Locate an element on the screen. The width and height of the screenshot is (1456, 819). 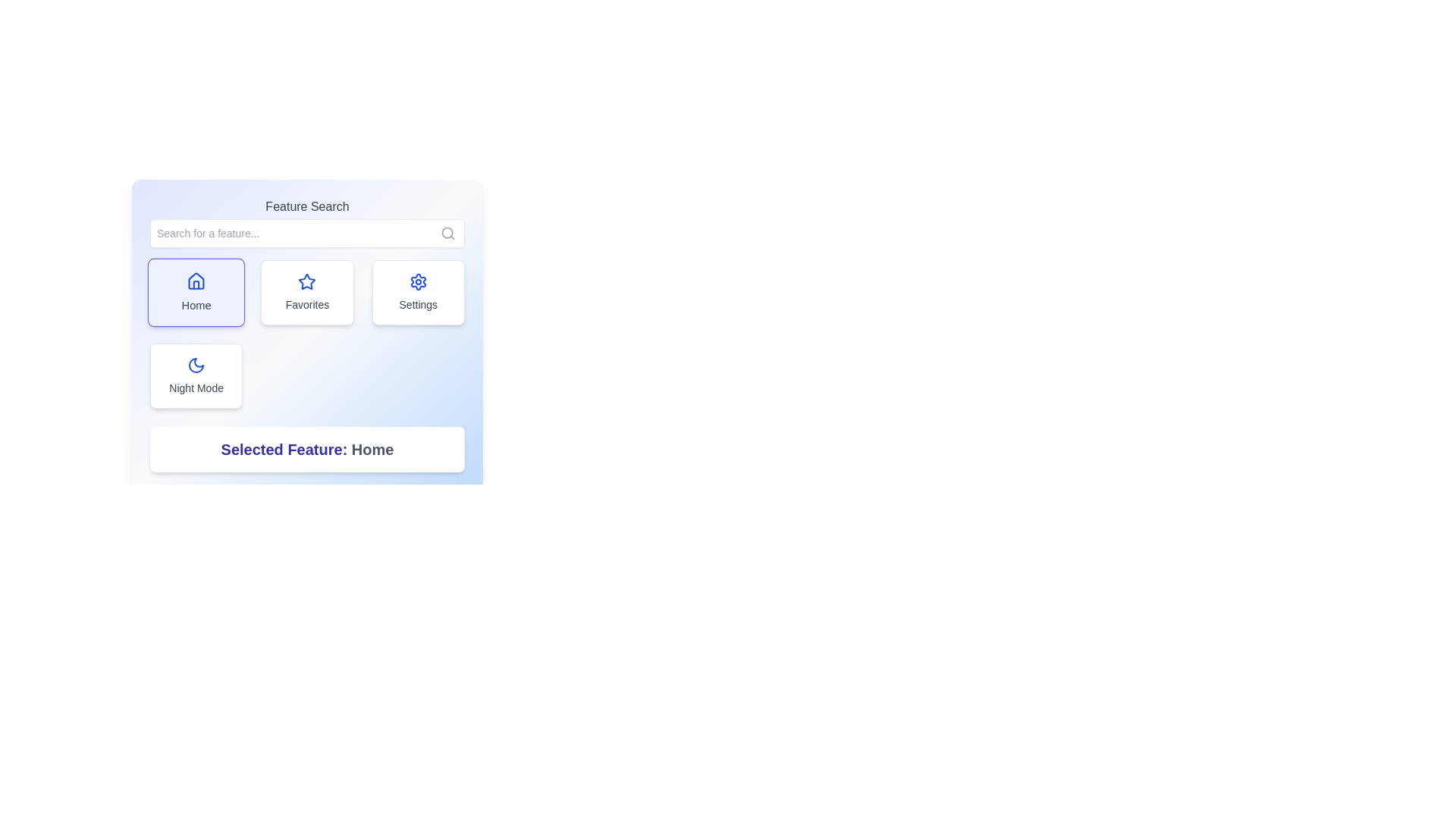
the search icon located at the far right of the input field labeled 'Search for a feature...' in the 'Feature Search' section is located at coordinates (447, 234).